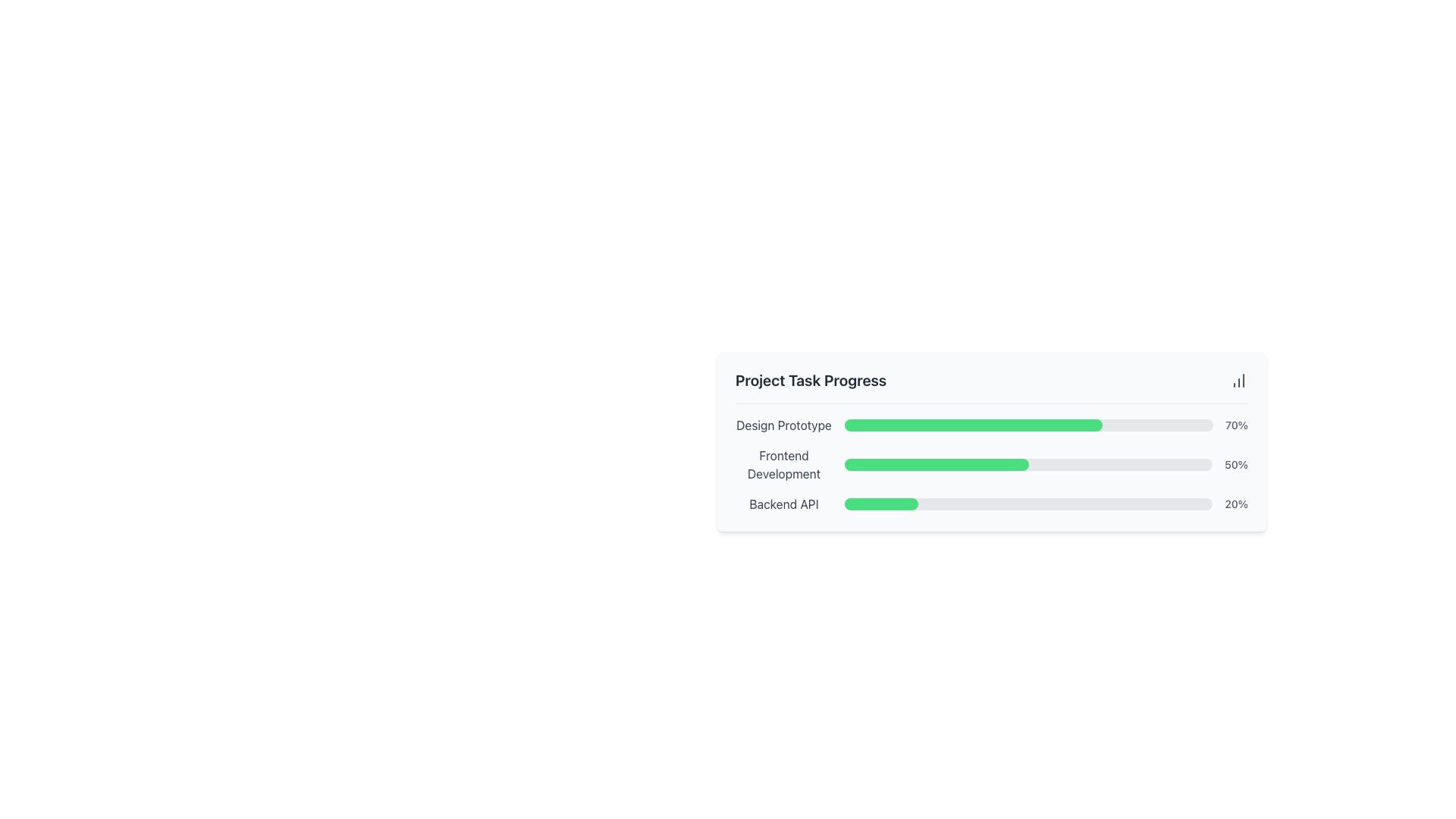 The image size is (1456, 819). What do you see at coordinates (992, 464) in the screenshot?
I see `label 'Frontend Development' and the progress percentage '50%' from the progress bar that is the second in the list under the card labeled 'Project Task Progress'` at bounding box center [992, 464].